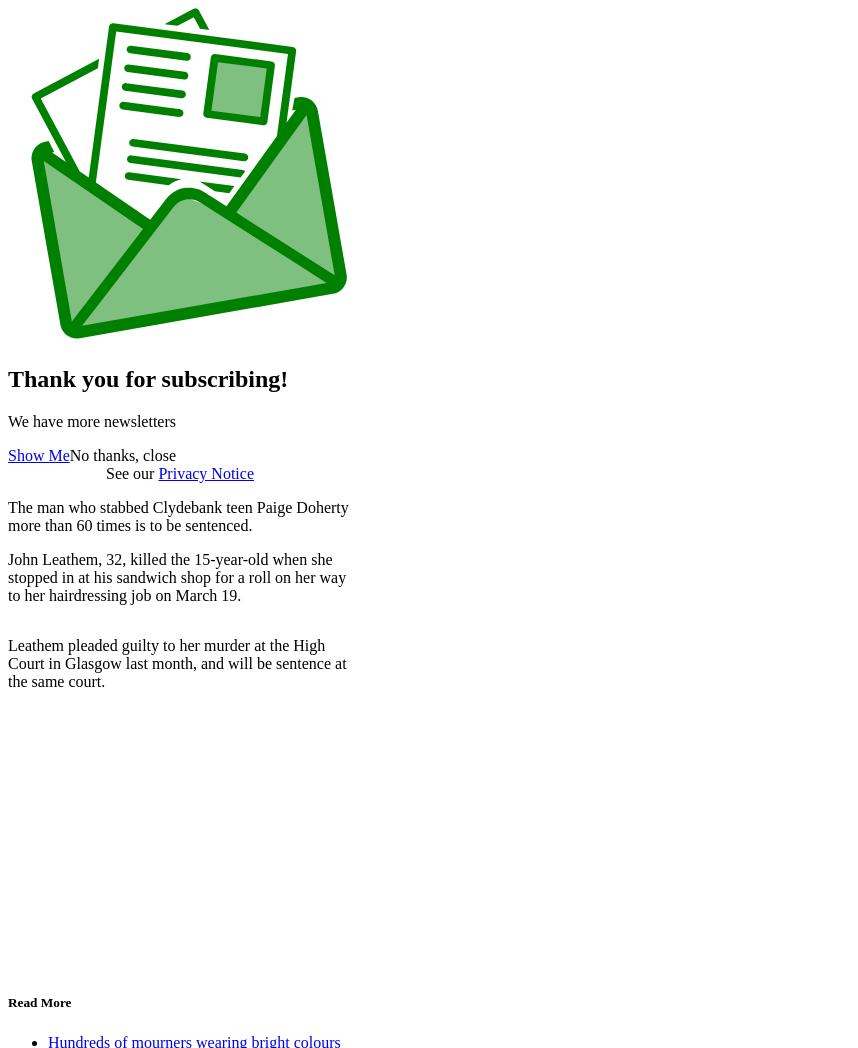 Image resolution: width=858 pixels, height=1048 pixels. What do you see at coordinates (91, 421) in the screenshot?
I see `'We have more newsletters'` at bounding box center [91, 421].